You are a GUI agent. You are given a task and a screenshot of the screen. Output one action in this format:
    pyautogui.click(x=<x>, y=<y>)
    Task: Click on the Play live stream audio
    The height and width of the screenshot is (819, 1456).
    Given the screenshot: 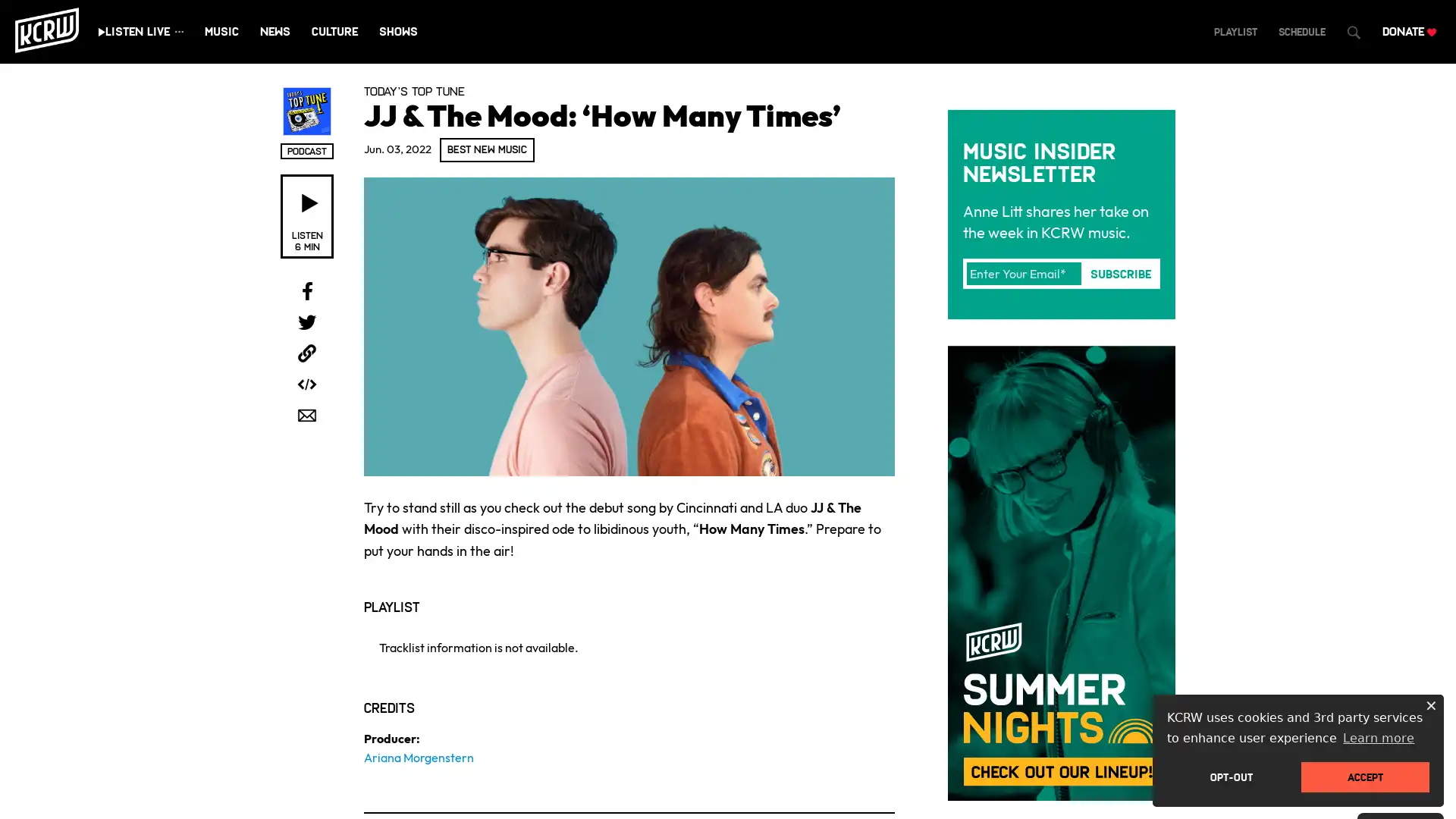 What is the action you would take?
    pyautogui.click(x=134, y=31)
    